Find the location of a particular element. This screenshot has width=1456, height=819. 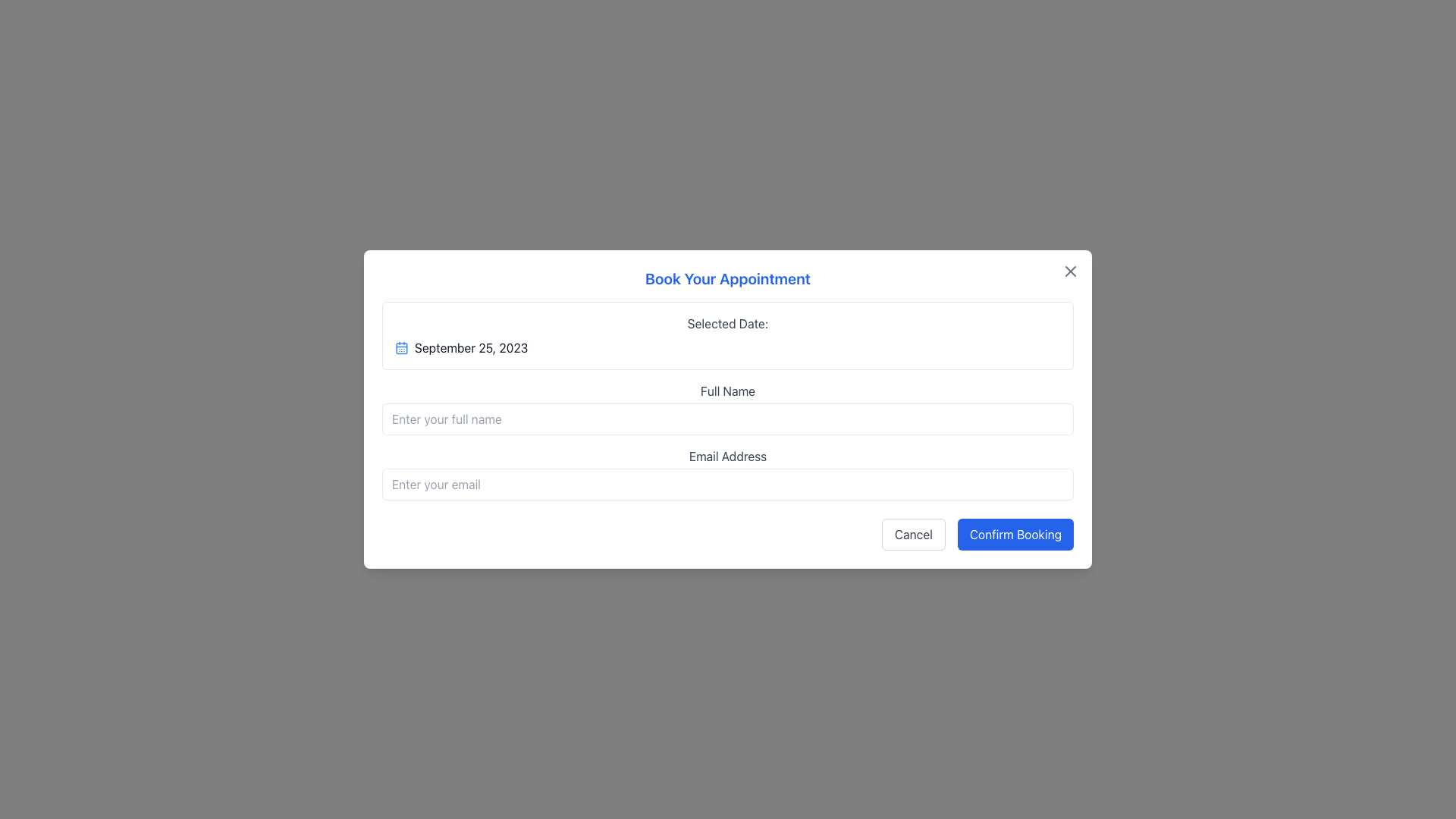

date value displayed in the text label showing 'September 25, 2023', located in the 'Book Your Appointment' dialog beside the blue calendar icon is located at coordinates (470, 348).